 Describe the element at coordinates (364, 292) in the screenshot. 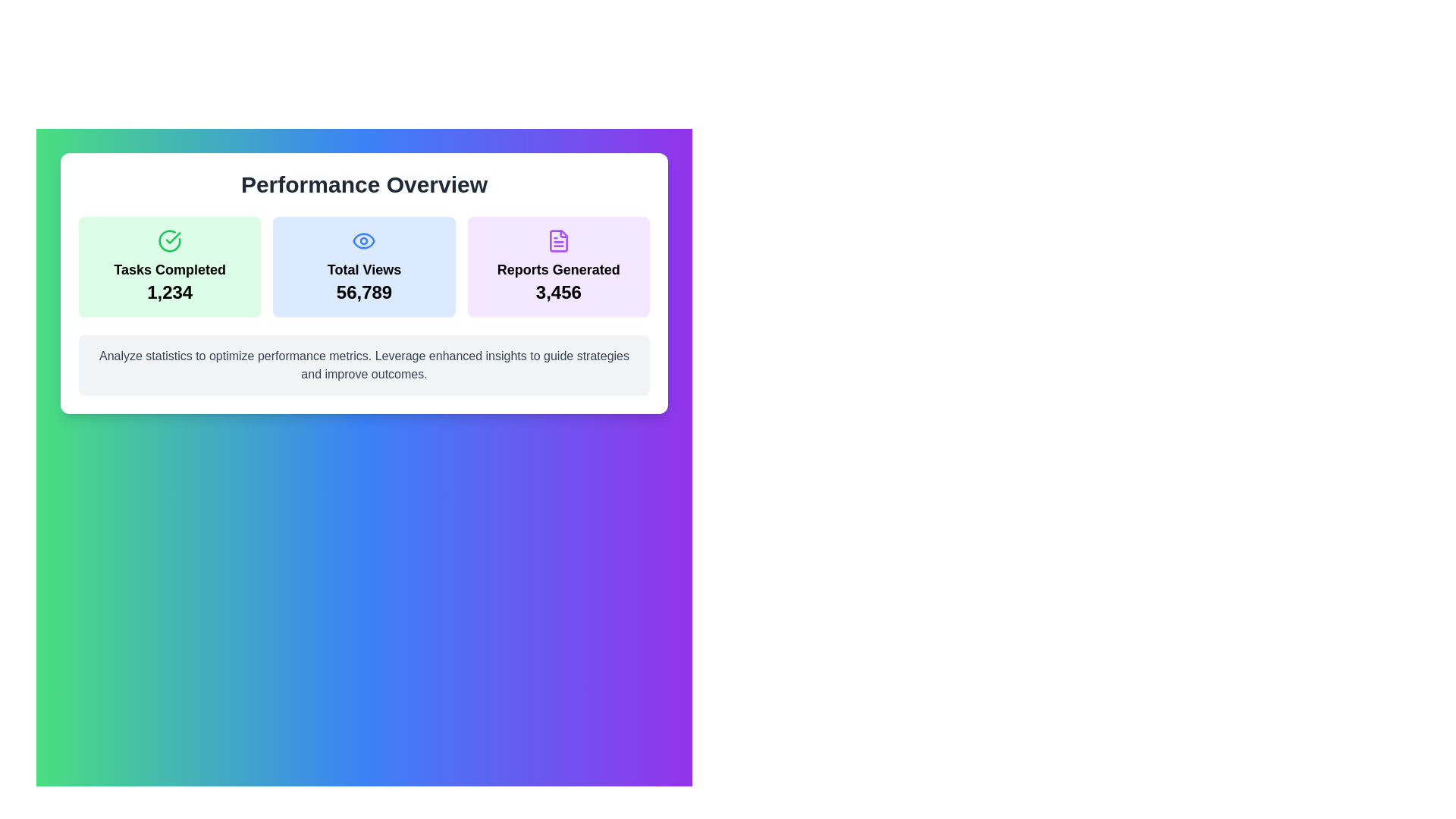

I see `the Text display showing the total number of views, located at the bottom-center of the blue card labeled 'Total Views'` at that location.